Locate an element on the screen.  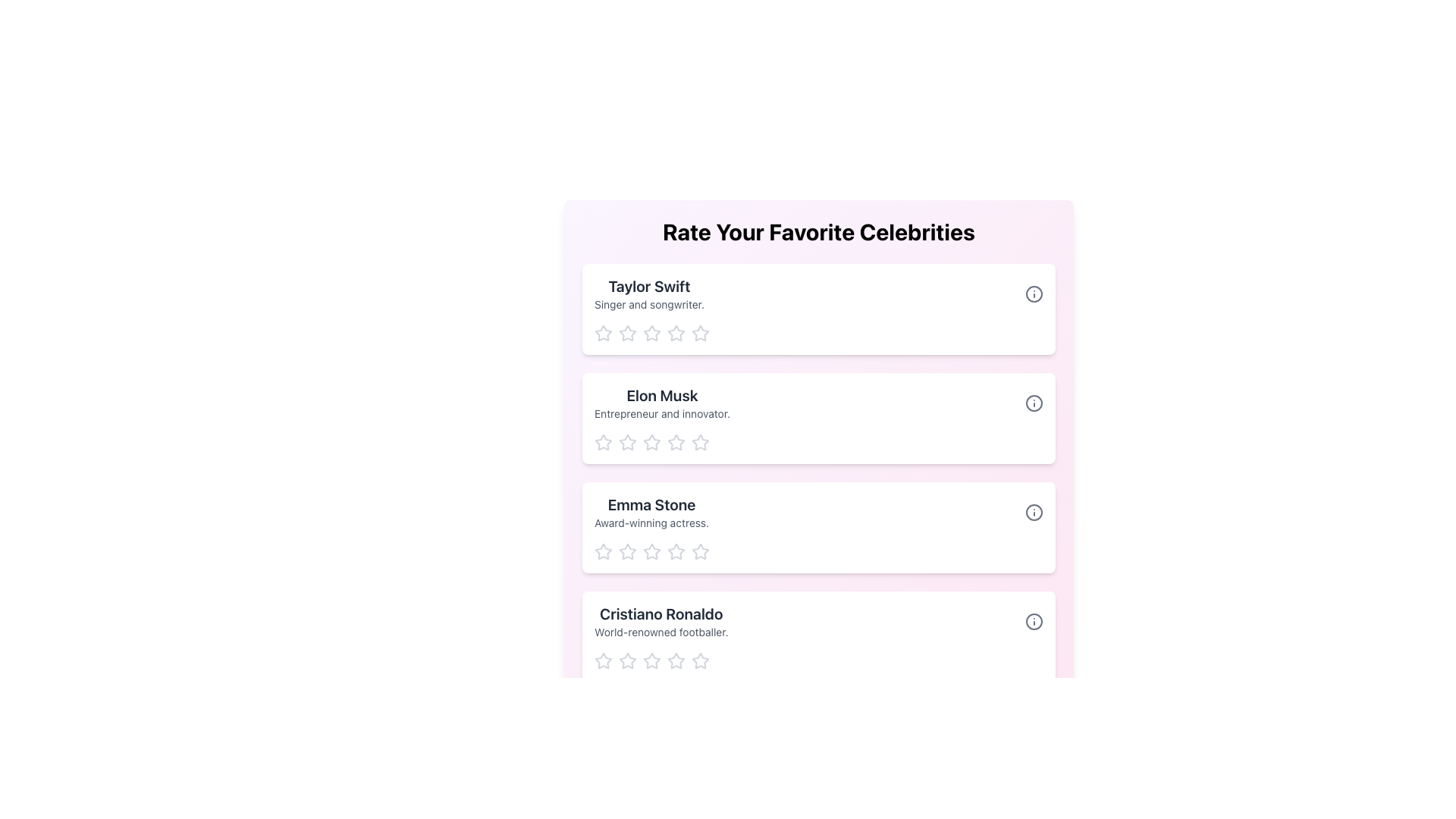
the third star icon in the rating section of the 'Taylor Swift' entry is located at coordinates (651, 332).